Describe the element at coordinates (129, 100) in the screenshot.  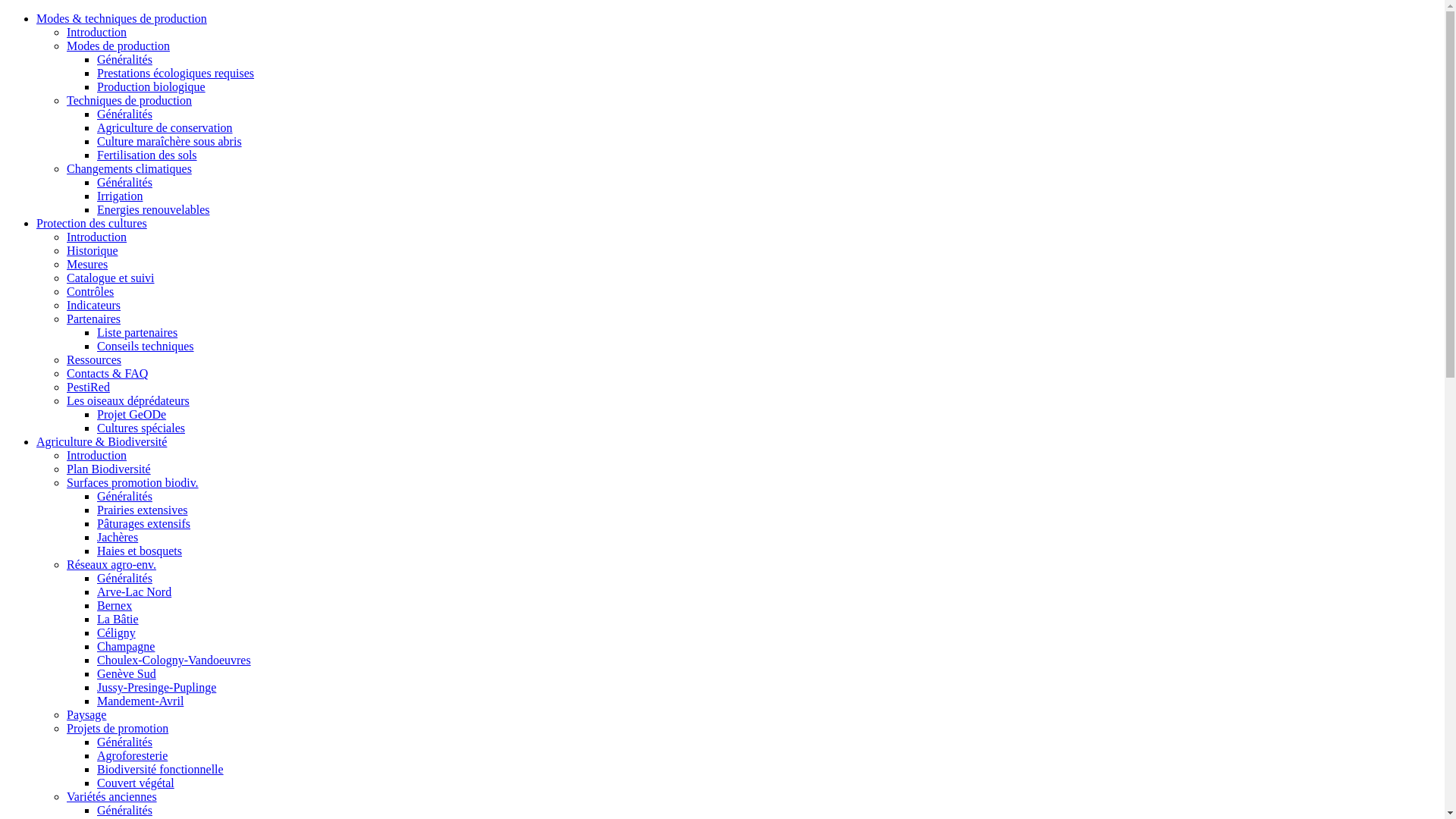
I see `'Techniques de production'` at that location.